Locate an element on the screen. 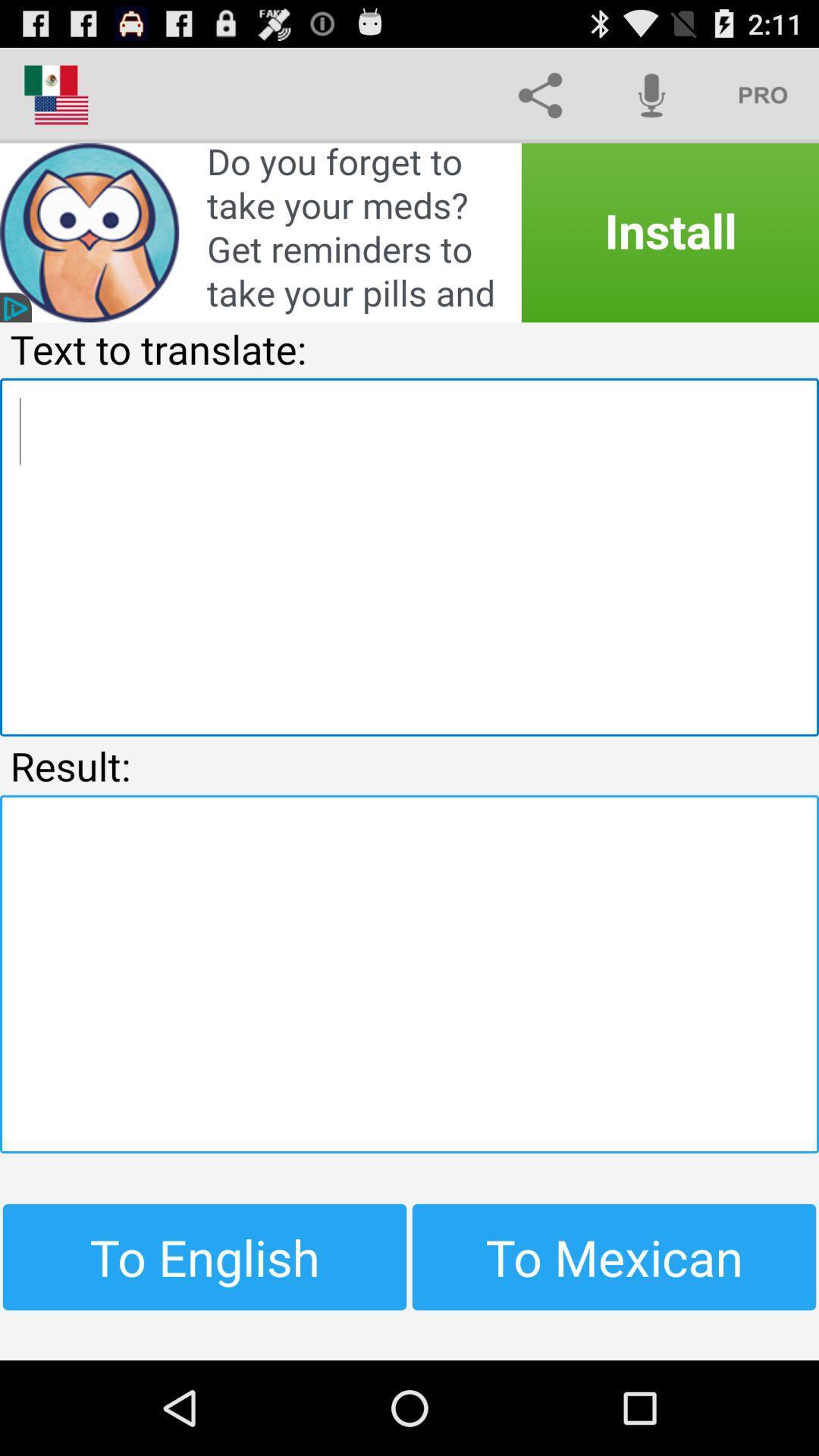 The height and width of the screenshot is (1456, 819). button at the bottom left corner is located at coordinates (205, 1257).